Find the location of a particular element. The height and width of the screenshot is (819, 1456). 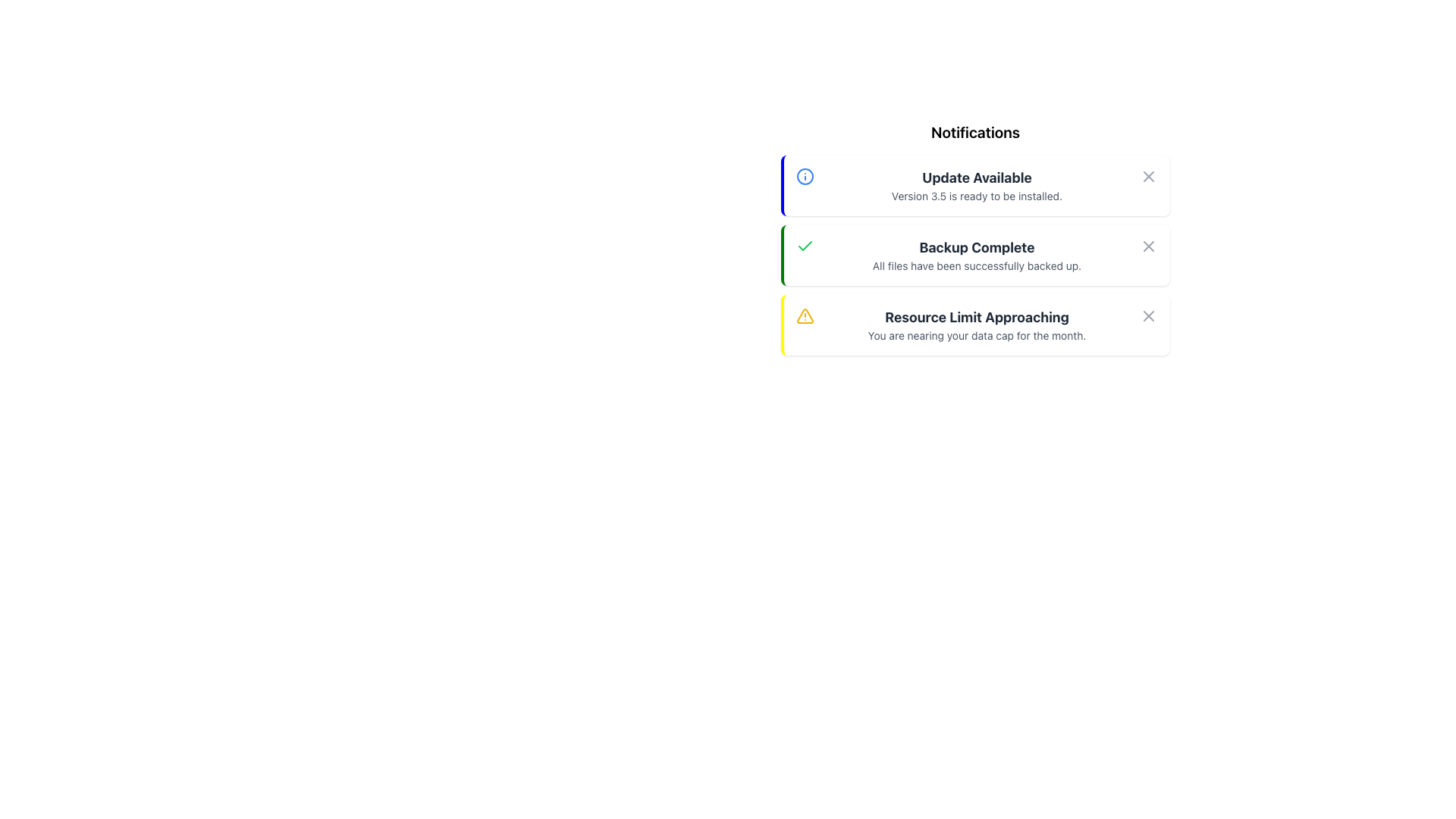

the notification text block that displays 'Update Available' is located at coordinates (977, 185).